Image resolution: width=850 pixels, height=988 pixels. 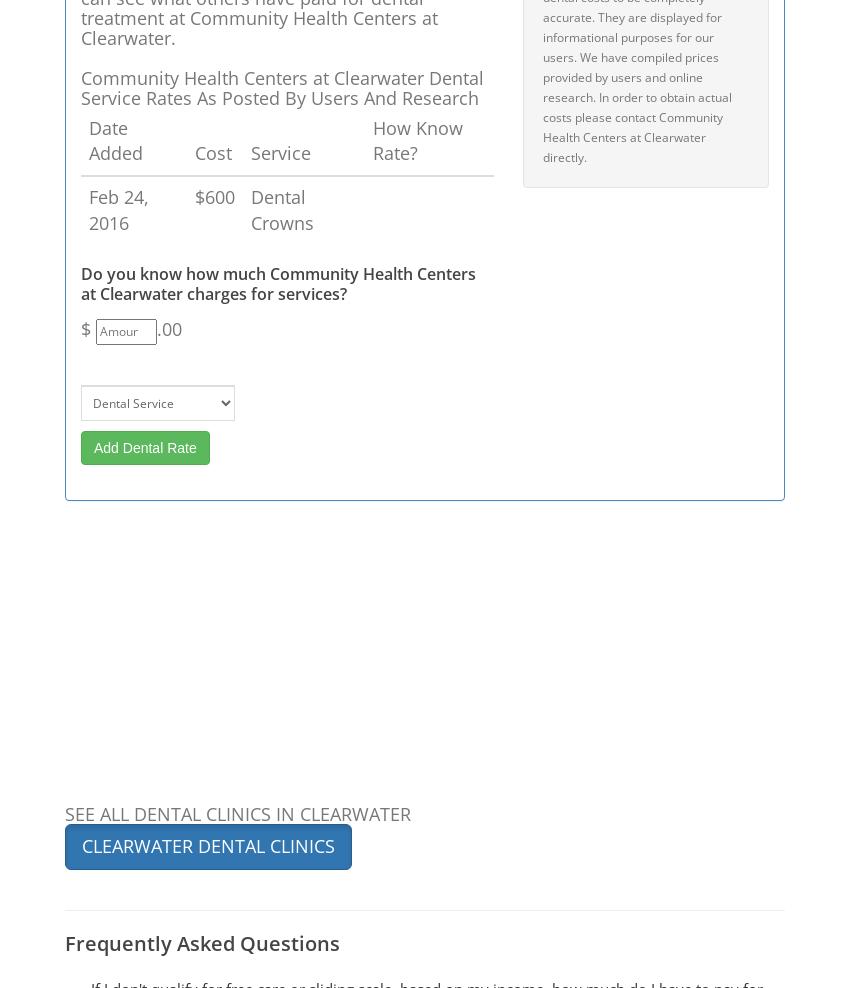 What do you see at coordinates (118, 209) in the screenshot?
I see `'Feb 24, 2016'` at bounding box center [118, 209].